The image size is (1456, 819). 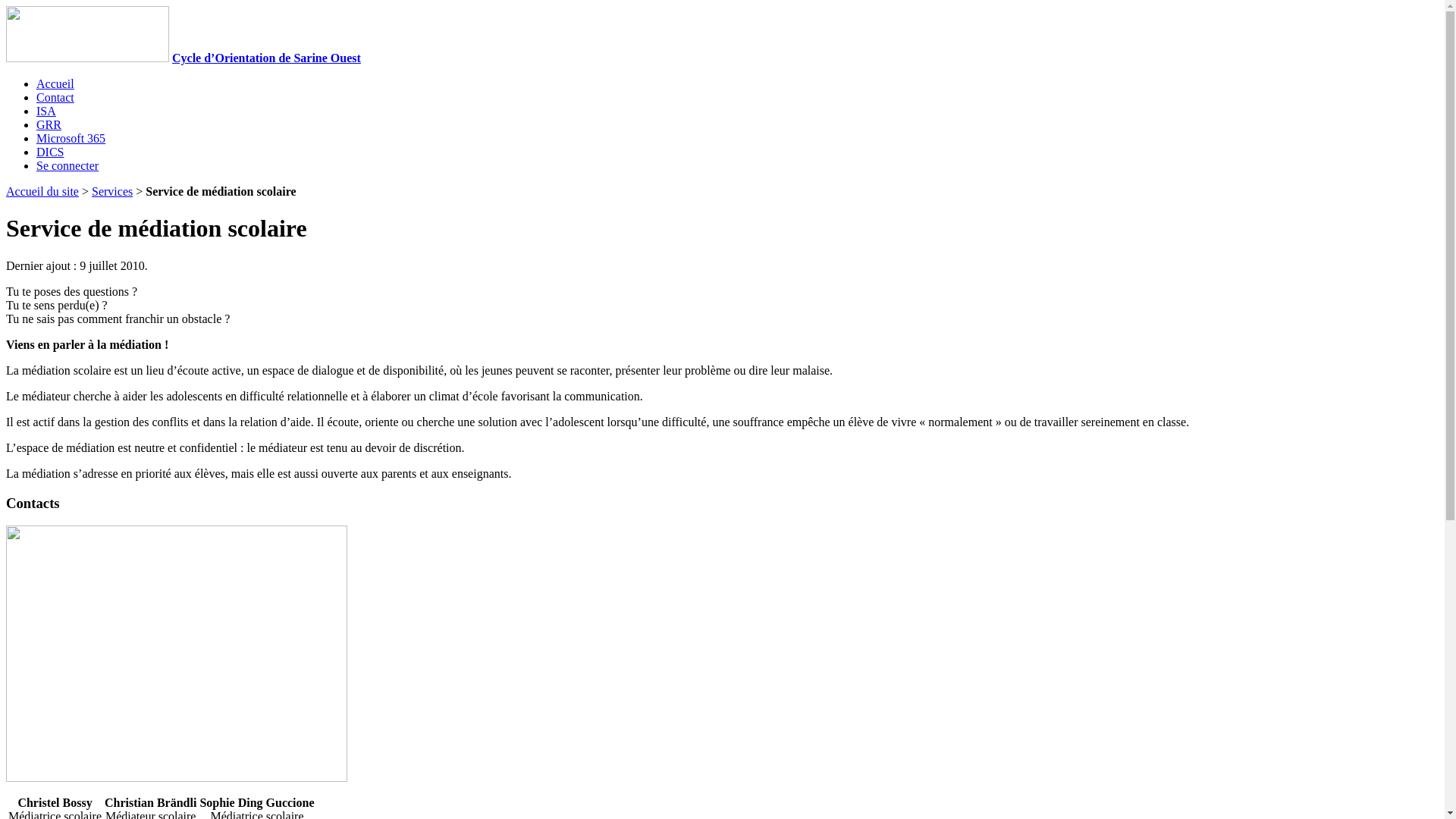 What do you see at coordinates (42, 190) in the screenshot?
I see `'Accueil du site'` at bounding box center [42, 190].